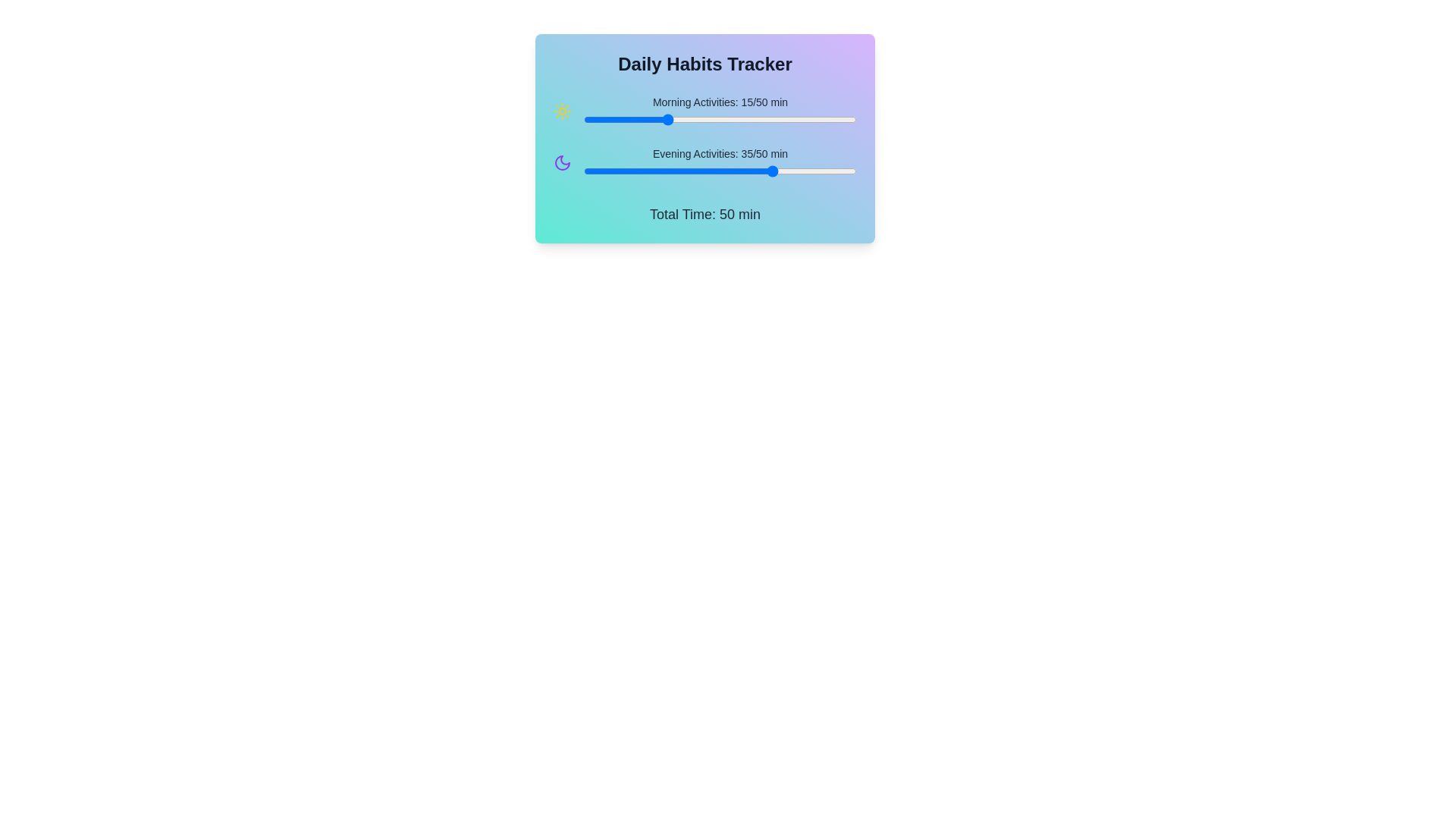 The image size is (1456, 819). I want to click on the morning activities slider, so click(660, 119).